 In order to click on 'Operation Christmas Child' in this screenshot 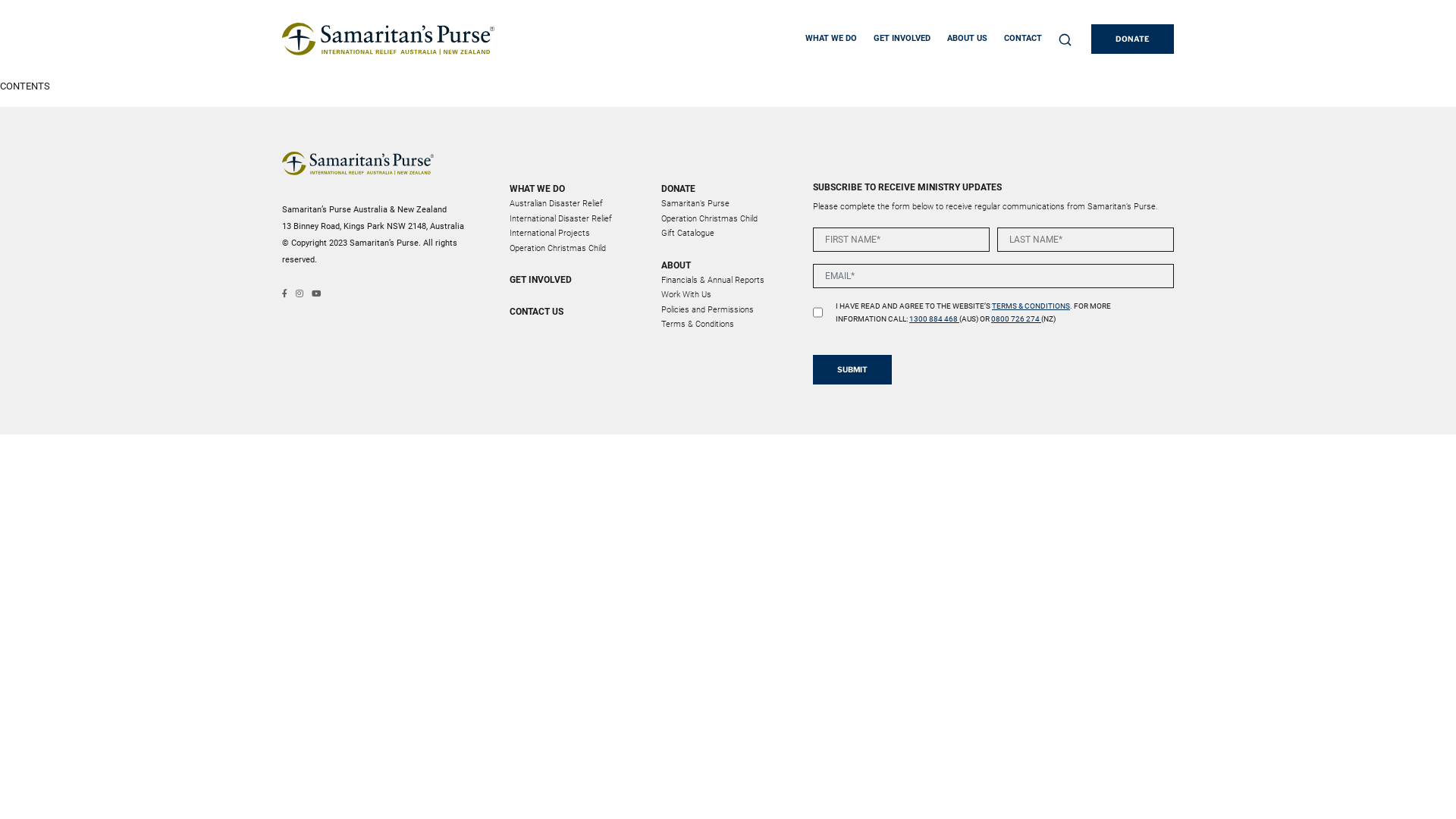, I will do `click(708, 218)`.